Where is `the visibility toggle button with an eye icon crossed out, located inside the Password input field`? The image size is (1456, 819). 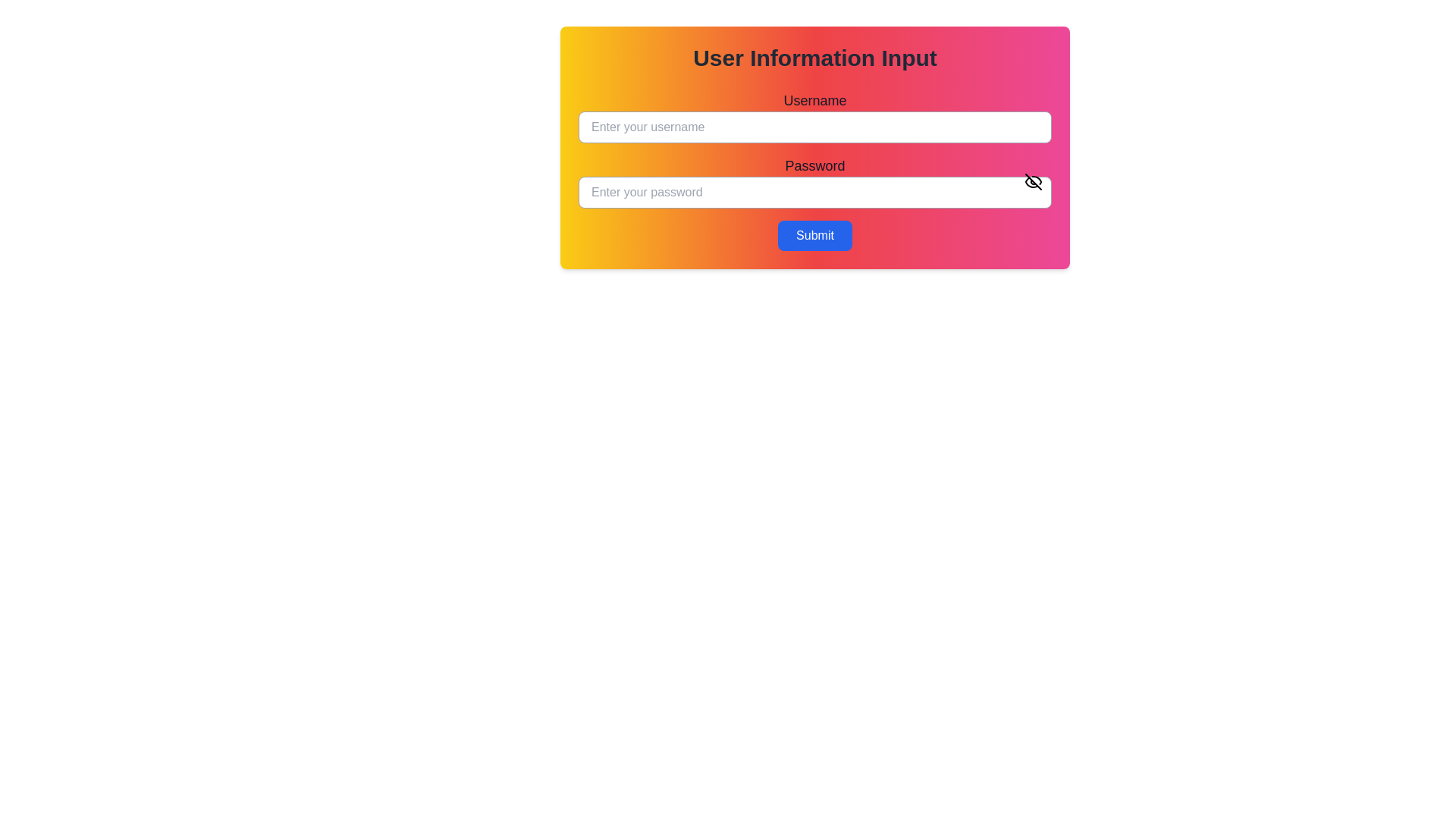 the visibility toggle button with an eye icon crossed out, located inside the Password input field is located at coordinates (1033, 180).